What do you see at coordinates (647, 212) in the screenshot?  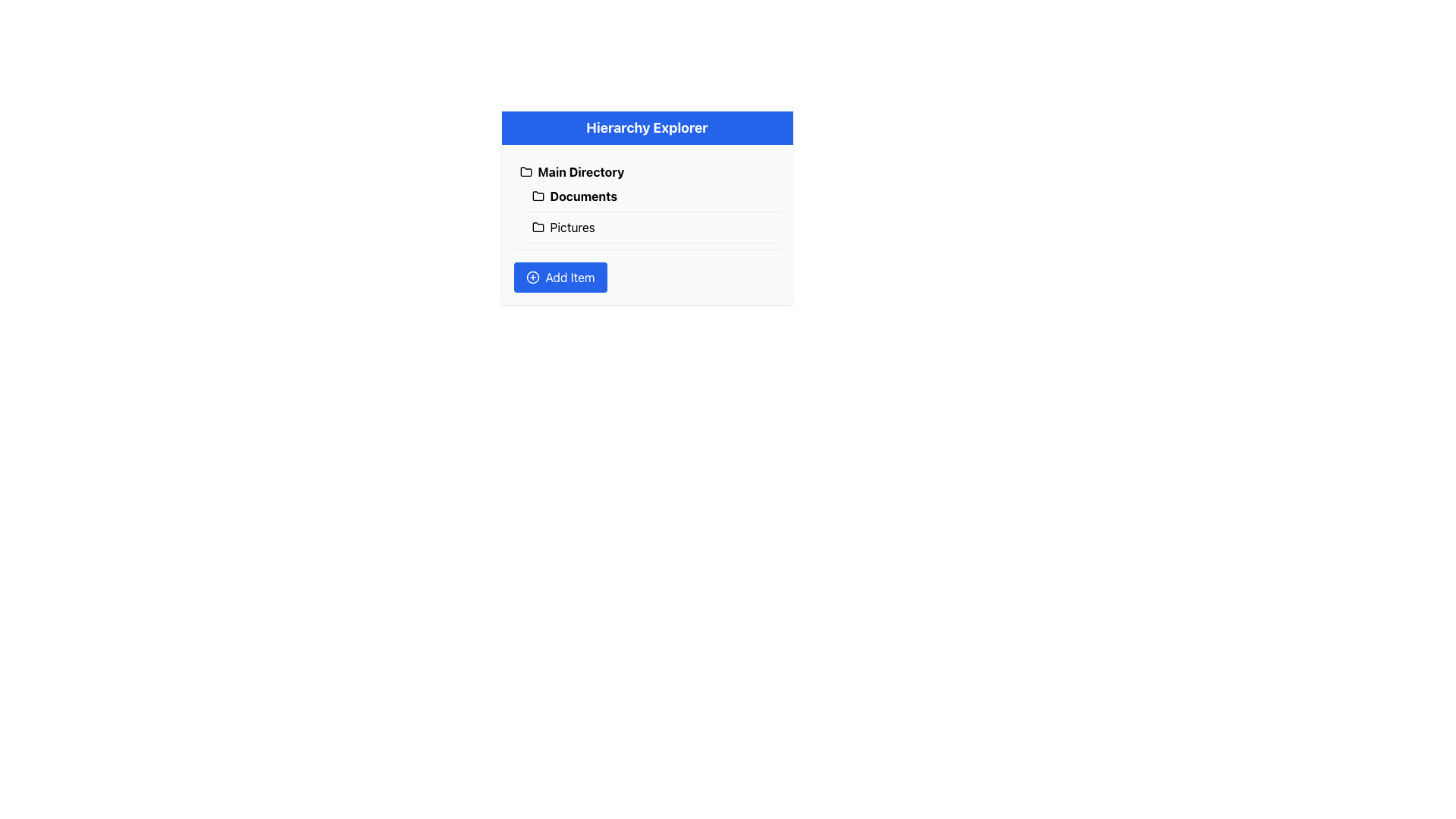 I see `the second item in the Hierarchy Explorer titled 'Main Directory'` at bounding box center [647, 212].